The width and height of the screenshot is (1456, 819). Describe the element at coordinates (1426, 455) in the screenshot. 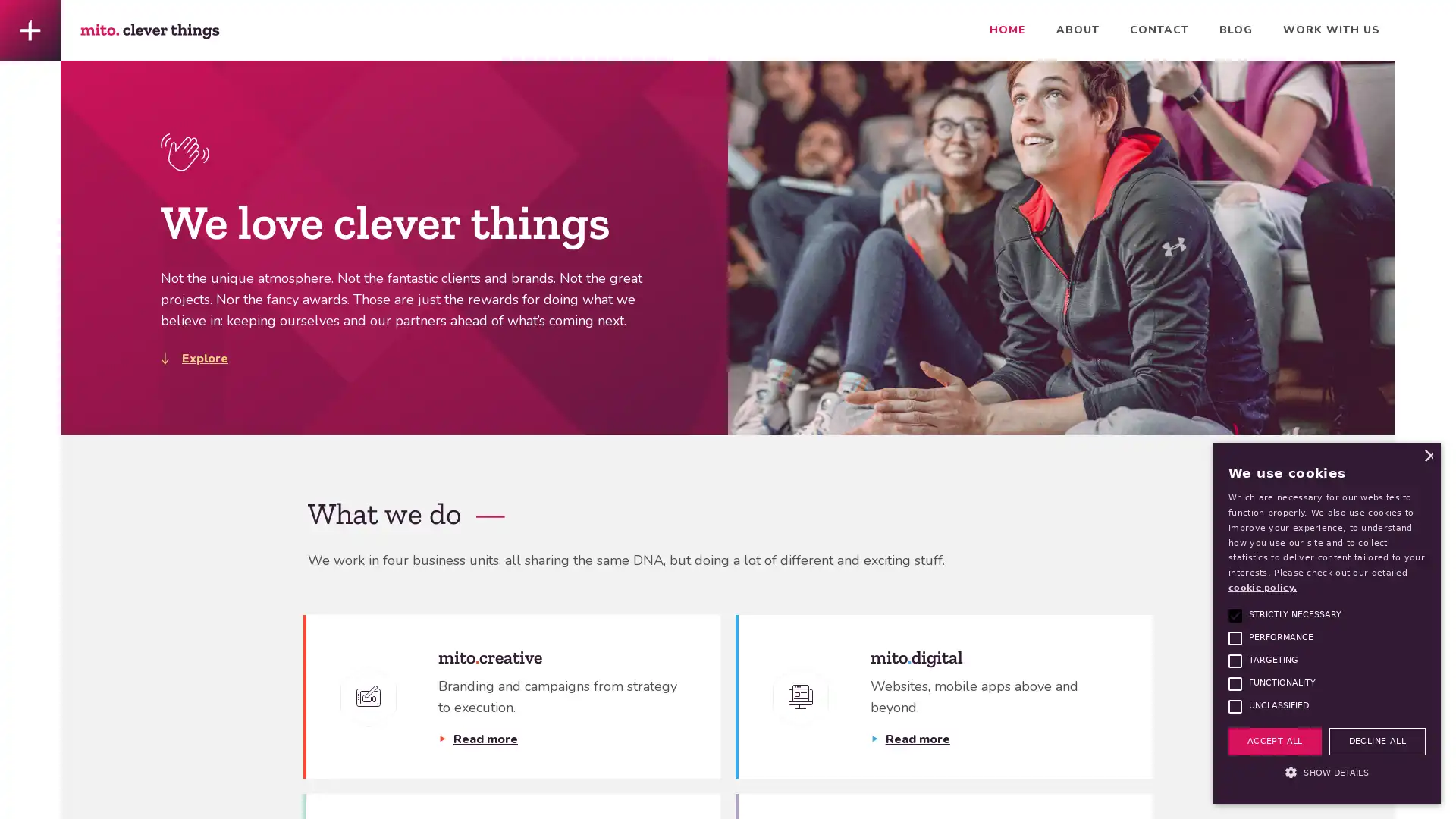

I see `Close` at that location.